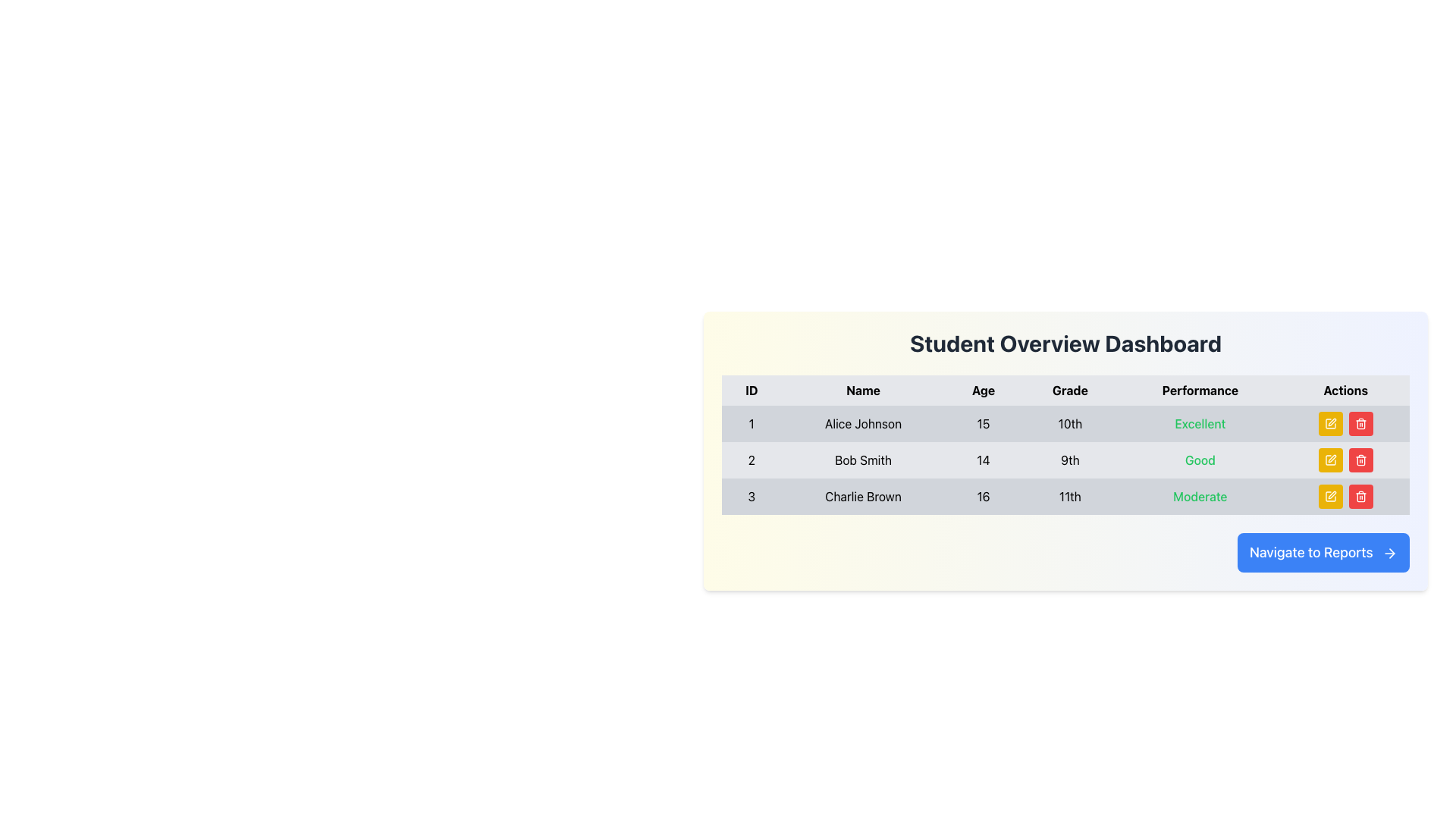 The image size is (1456, 819). What do you see at coordinates (1065, 497) in the screenshot?
I see `the third row in the 'Student Overview Dashboard' table that displays information about an individual student, including their ID, name, age, grade, and performance` at bounding box center [1065, 497].